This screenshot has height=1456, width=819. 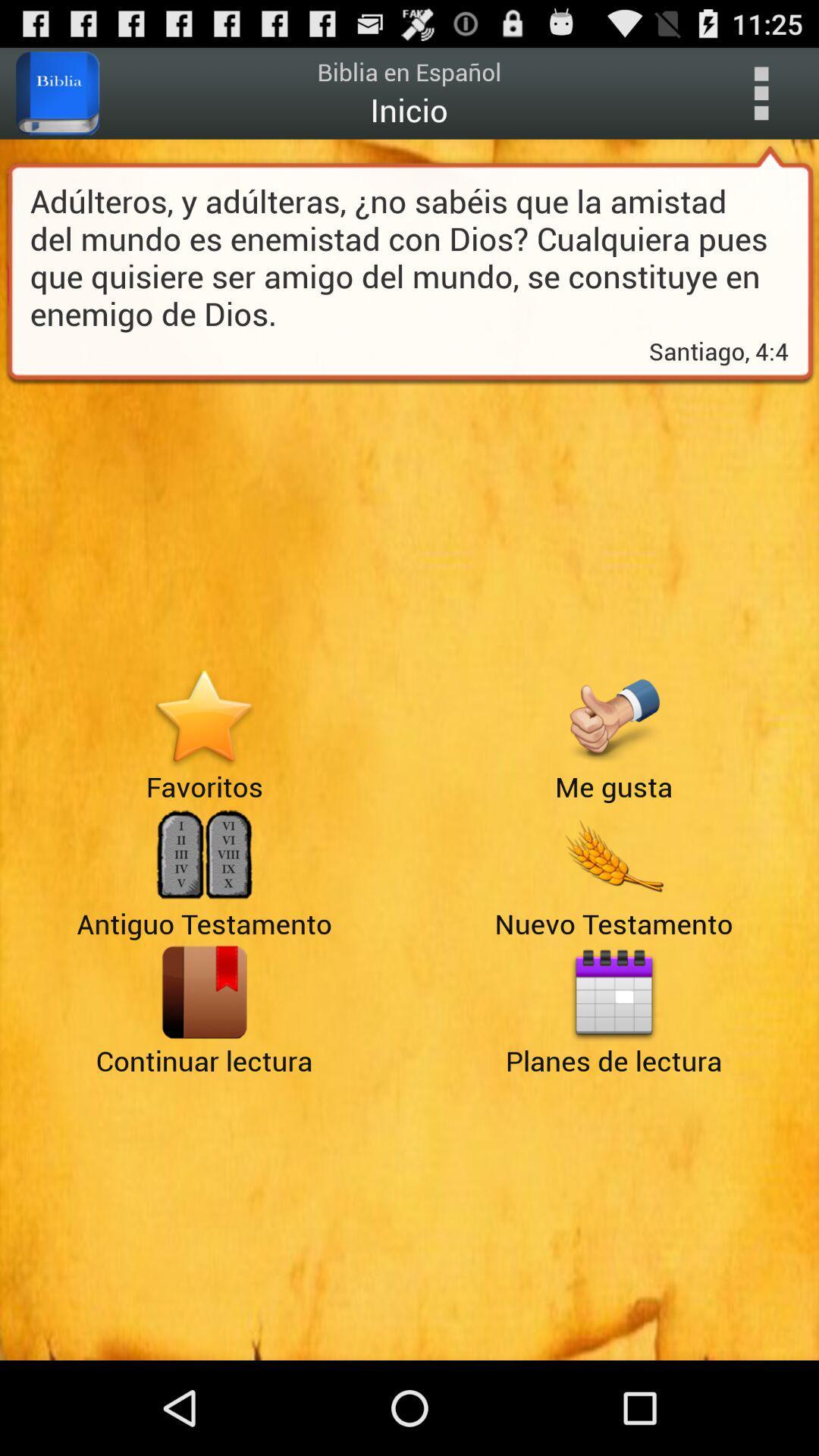 What do you see at coordinates (203, 768) in the screenshot?
I see `the star icon` at bounding box center [203, 768].